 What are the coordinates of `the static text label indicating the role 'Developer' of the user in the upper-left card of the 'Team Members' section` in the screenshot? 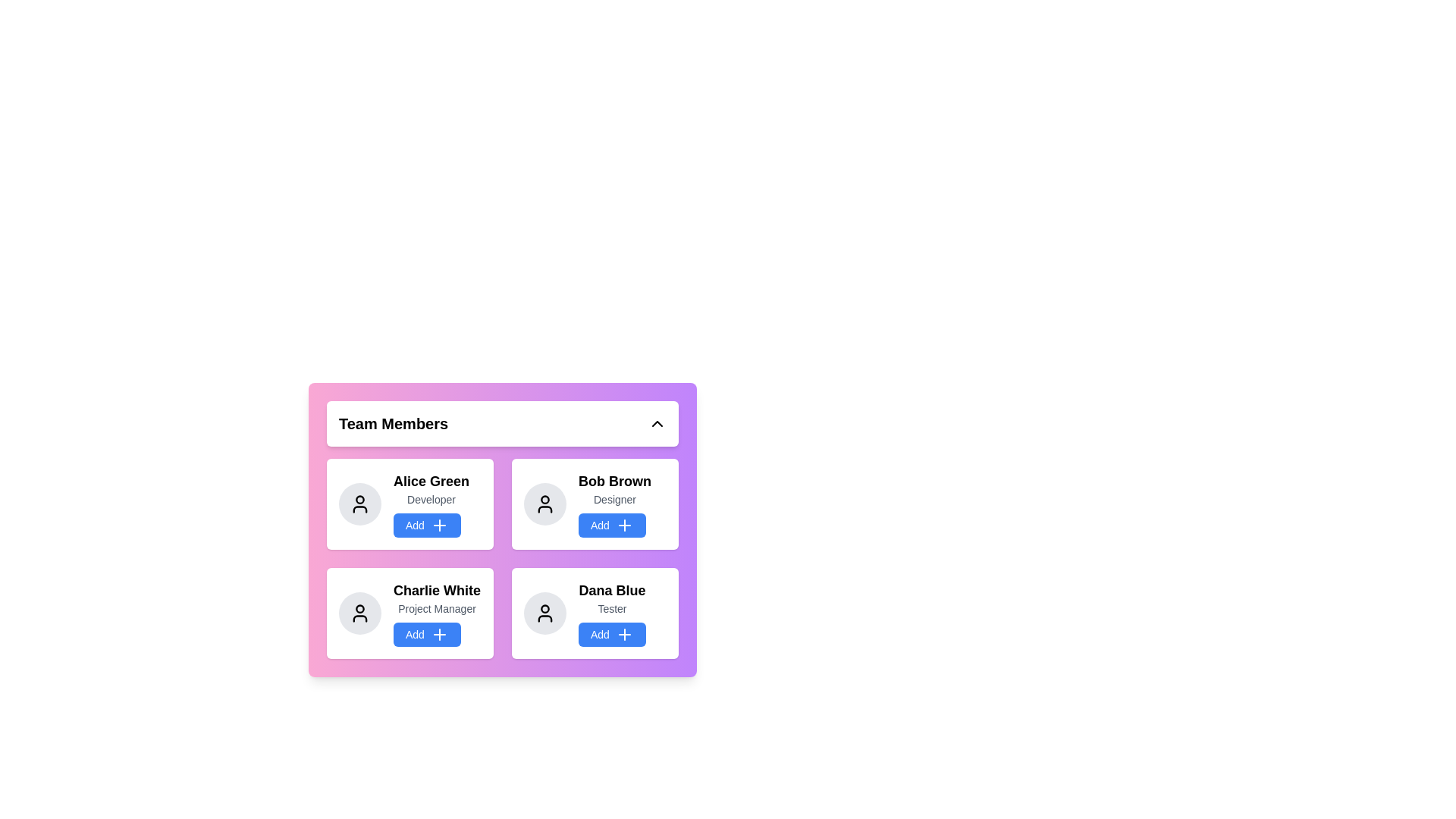 It's located at (431, 500).